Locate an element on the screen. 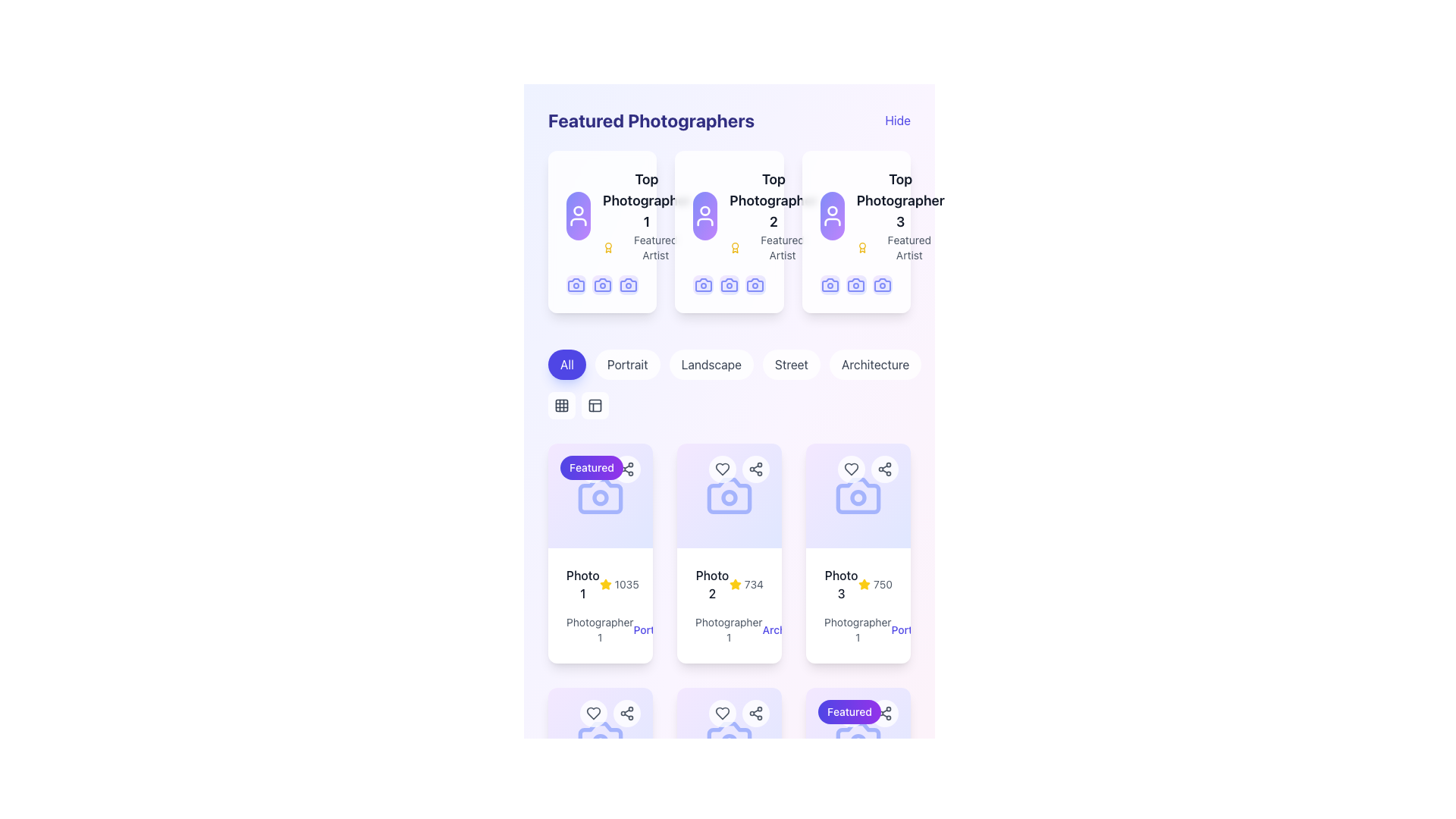 The image size is (1456, 819). the Rating display component that consists of a yellow star icon and the number '1035' in gray font, positioned to the right of 'Photo 1' is located at coordinates (619, 584).